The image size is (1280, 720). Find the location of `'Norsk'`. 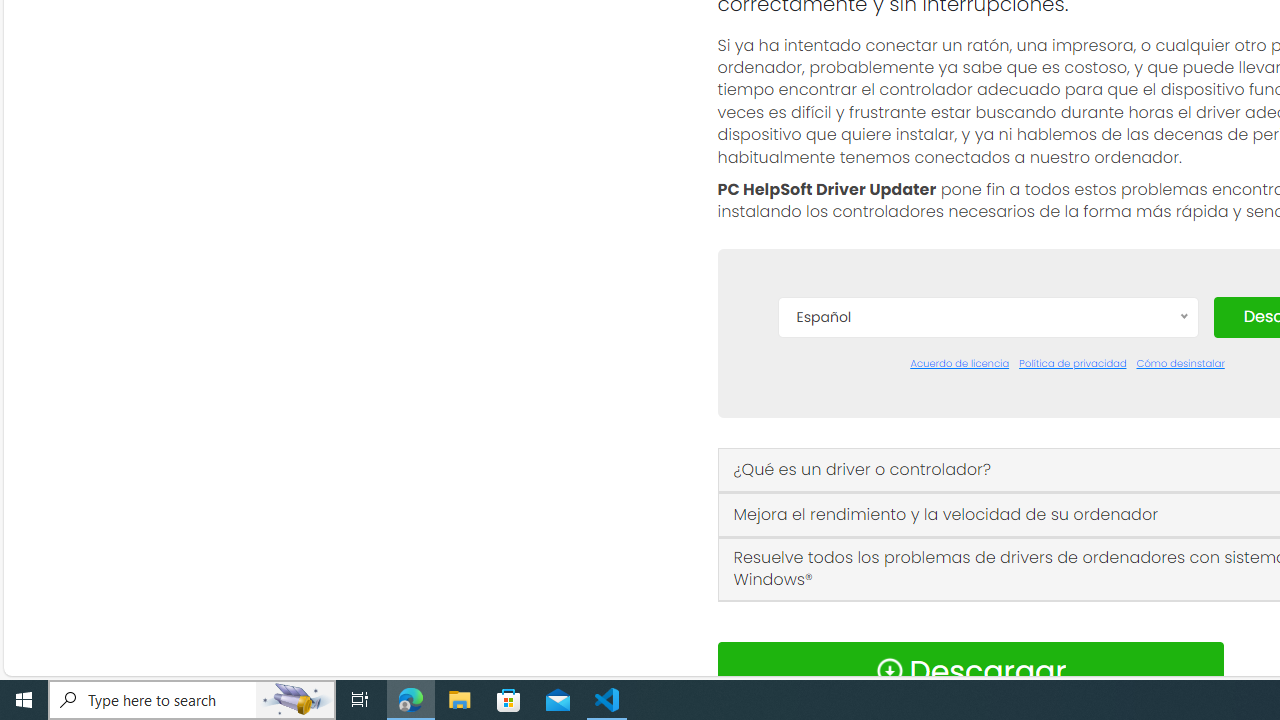

'Norsk' is located at coordinates (987, 652).